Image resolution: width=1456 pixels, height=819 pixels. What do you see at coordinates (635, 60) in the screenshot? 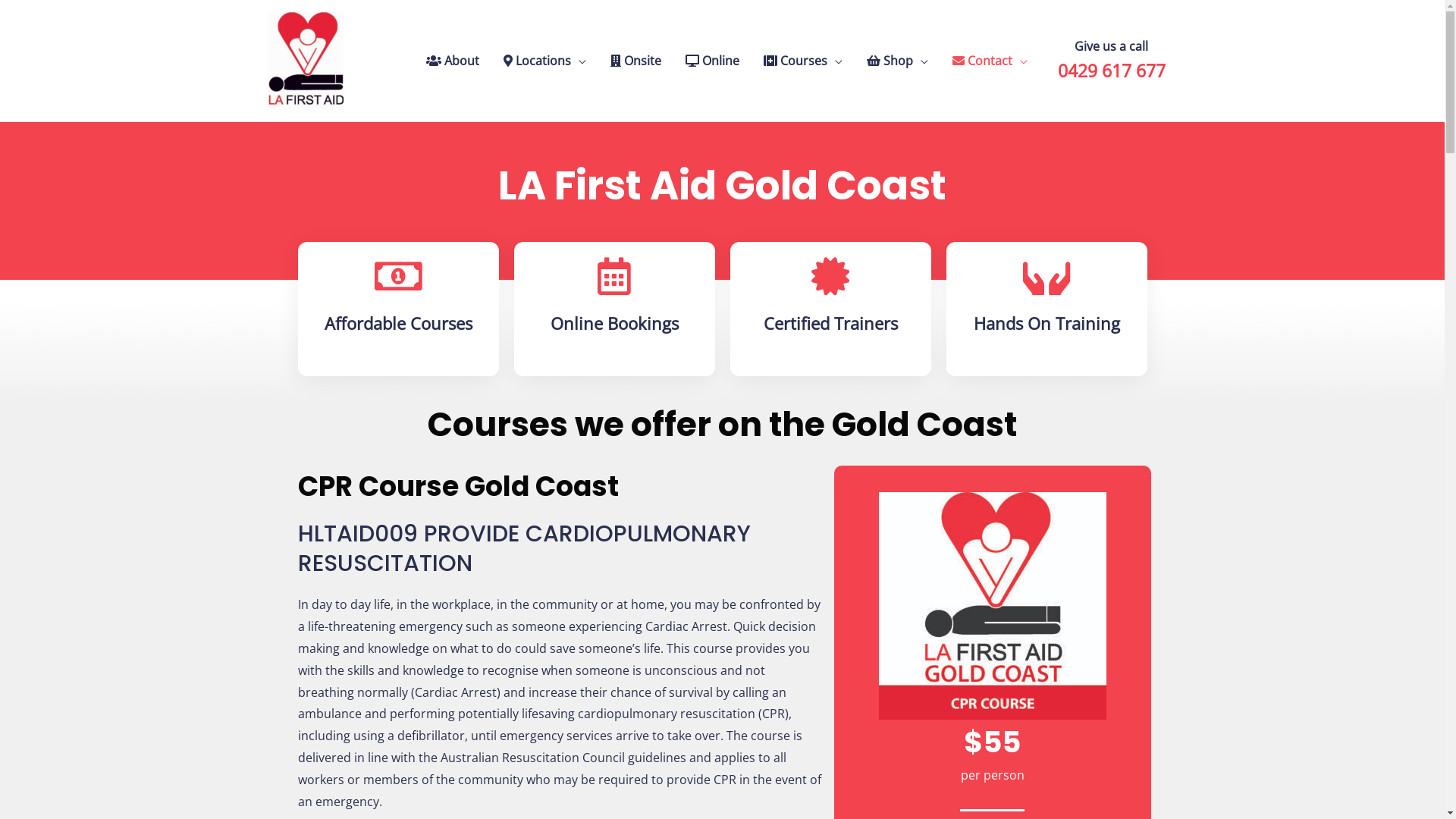
I see `'Onsite'` at bounding box center [635, 60].